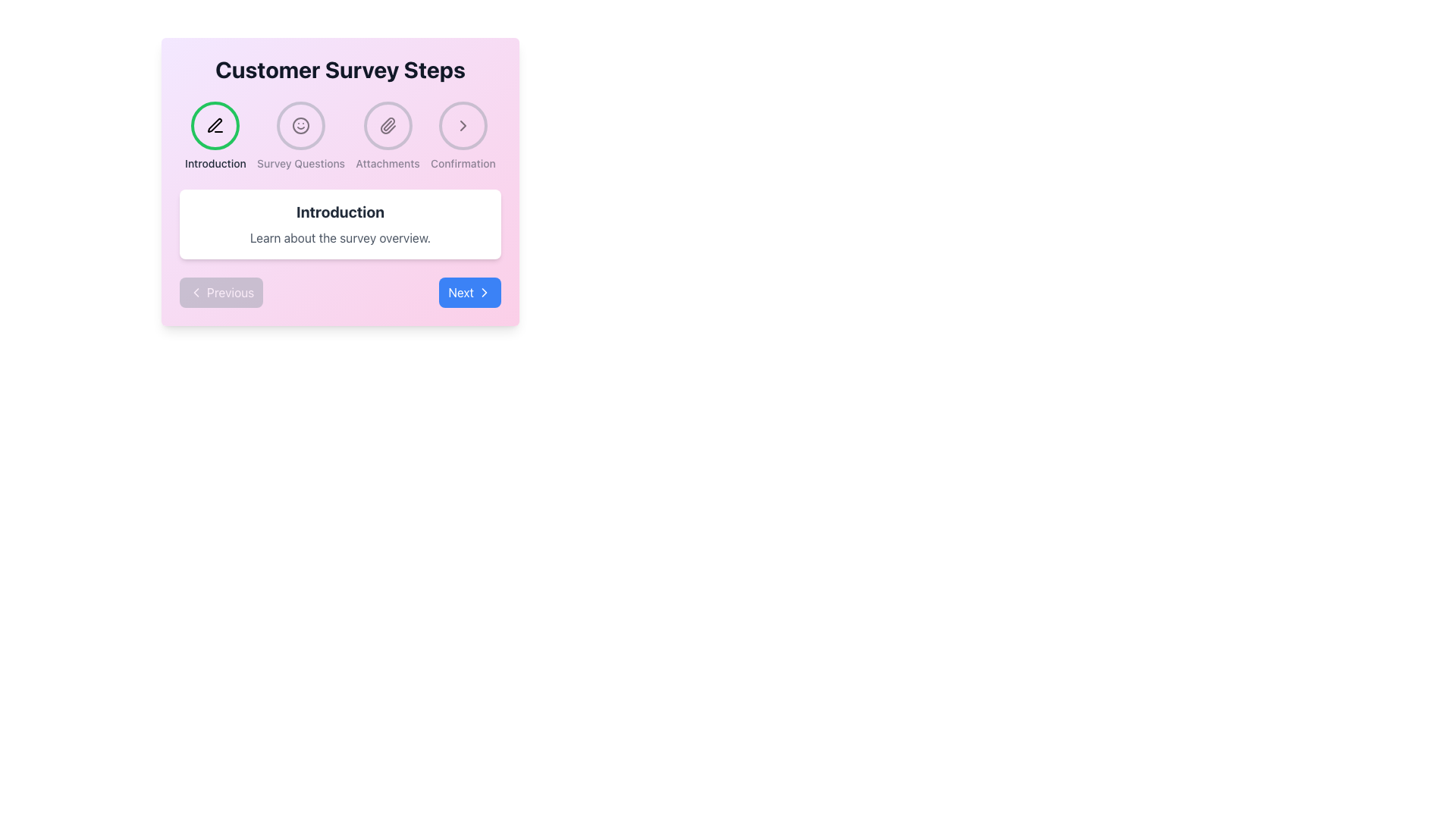 This screenshot has height=819, width=1456. I want to click on the 'Previous' button with a light gray background and white text, so click(221, 292).